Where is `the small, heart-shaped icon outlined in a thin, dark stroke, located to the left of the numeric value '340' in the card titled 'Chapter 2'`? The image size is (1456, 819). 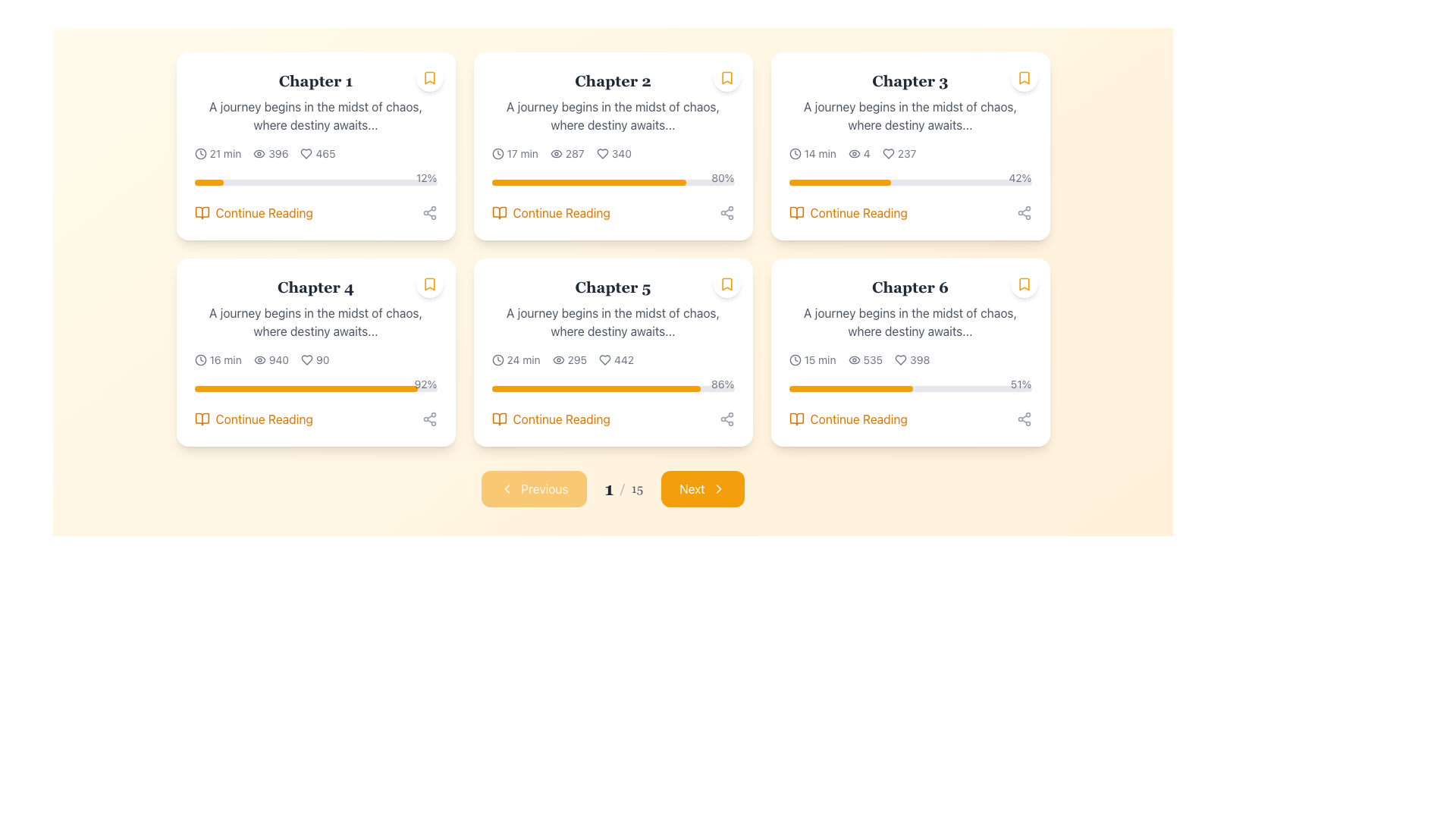 the small, heart-shaped icon outlined in a thin, dark stroke, located to the left of the numeric value '340' in the card titled 'Chapter 2' is located at coordinates (601, 154).